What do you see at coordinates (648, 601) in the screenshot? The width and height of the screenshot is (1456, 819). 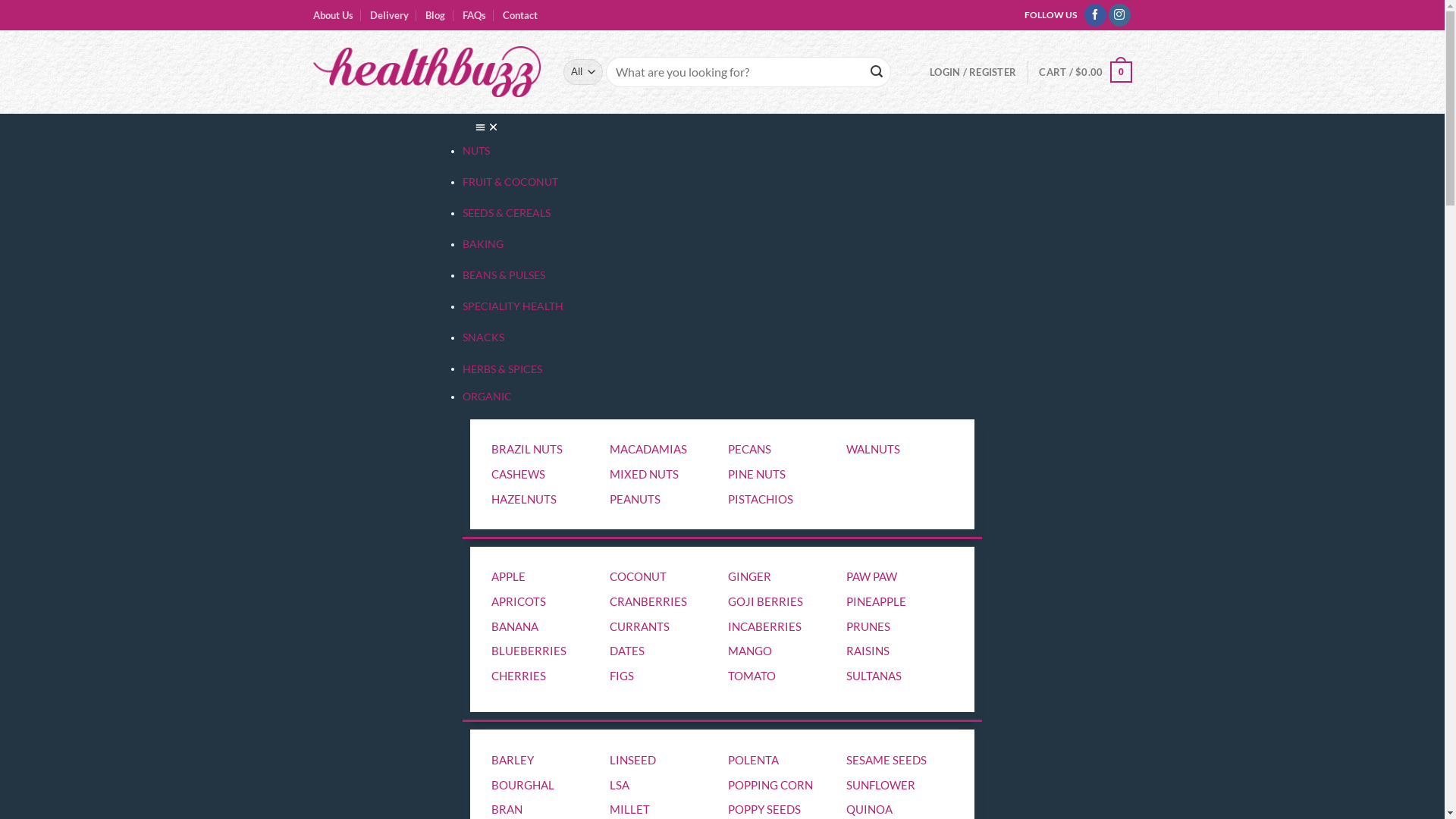 I see `'CRANBERRIES'` at bounding box center [648, 601].